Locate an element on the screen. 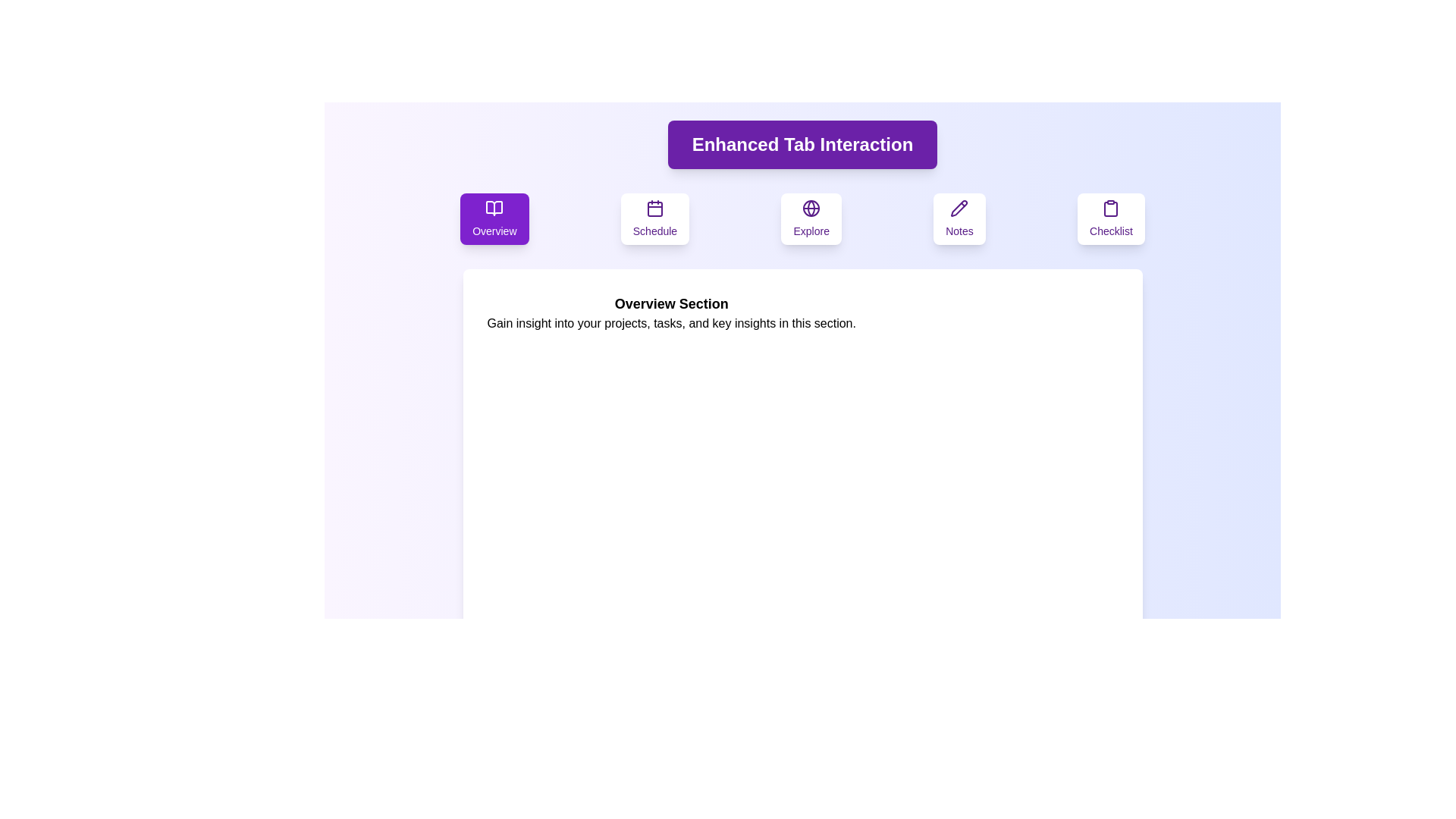 The width and height of the screenshot is (1456, 819). the 'Overview' button, which is the first button in a horizontal menu of navigation options is located at coordinates (494, 219).